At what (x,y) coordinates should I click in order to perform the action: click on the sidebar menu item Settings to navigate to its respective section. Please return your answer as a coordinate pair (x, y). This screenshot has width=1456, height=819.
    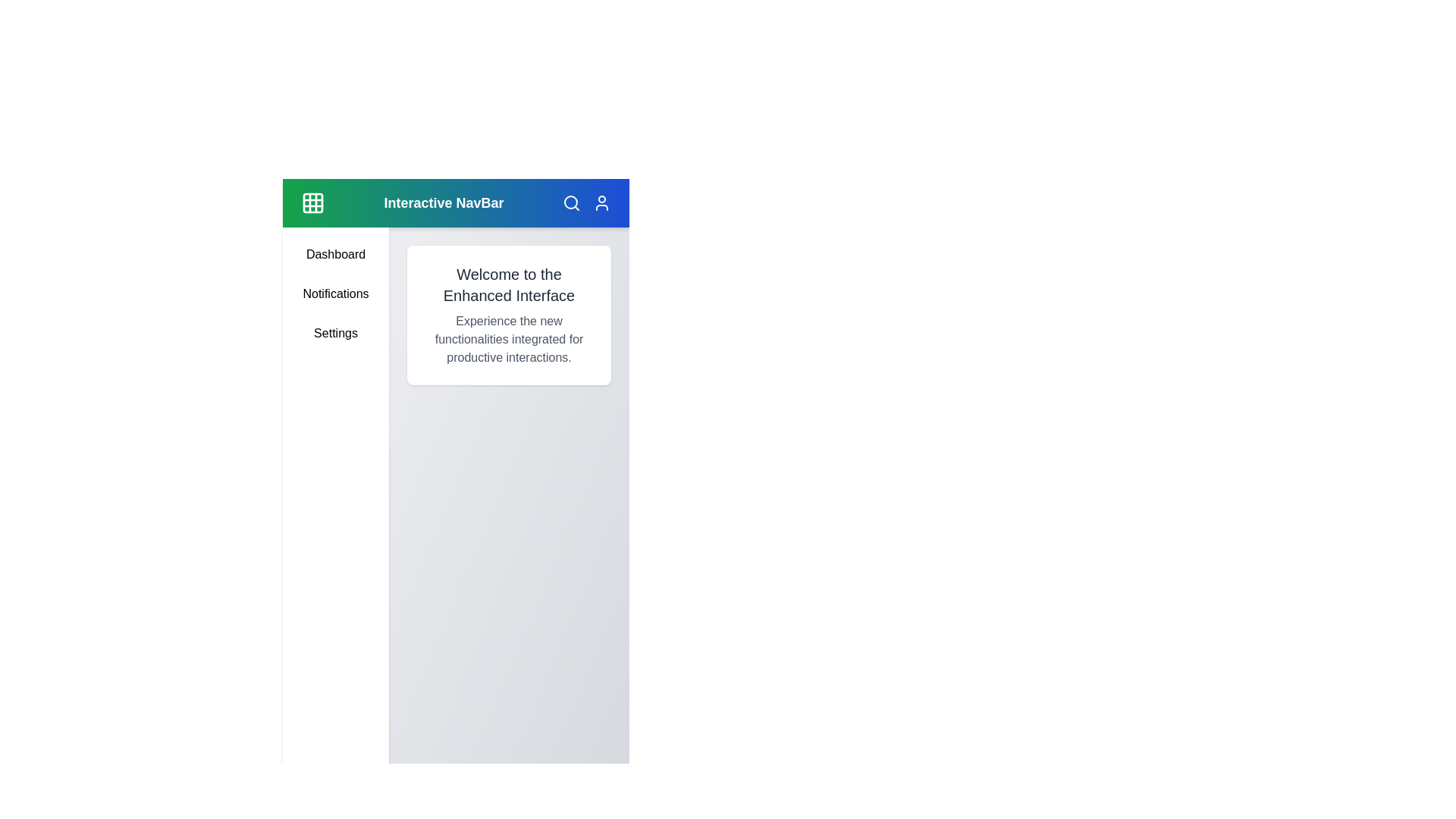
    Looking at the image, I should click on (334, 332).